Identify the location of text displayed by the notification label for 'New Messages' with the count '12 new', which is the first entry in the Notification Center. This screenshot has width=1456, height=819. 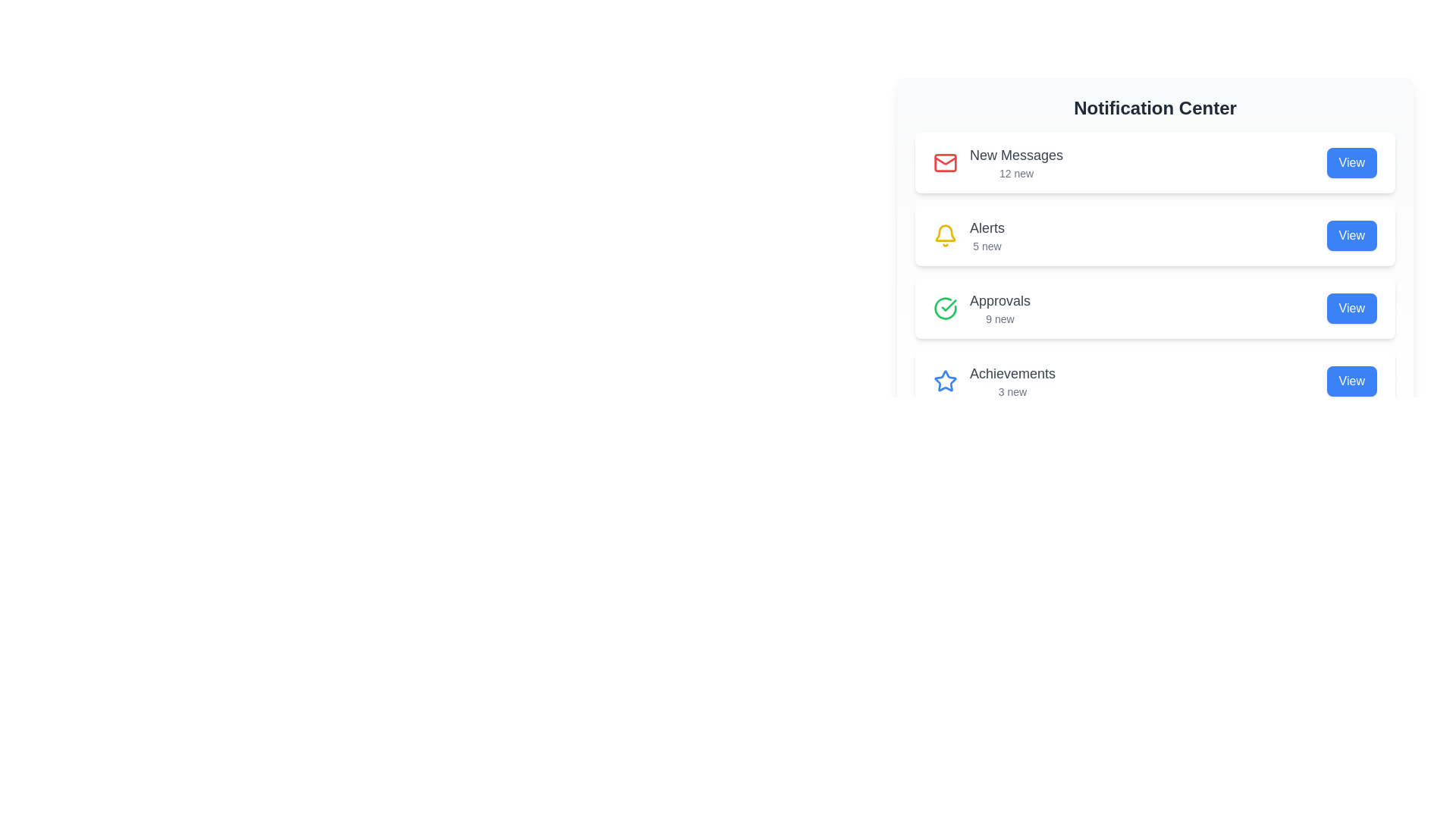
(1016, 163).